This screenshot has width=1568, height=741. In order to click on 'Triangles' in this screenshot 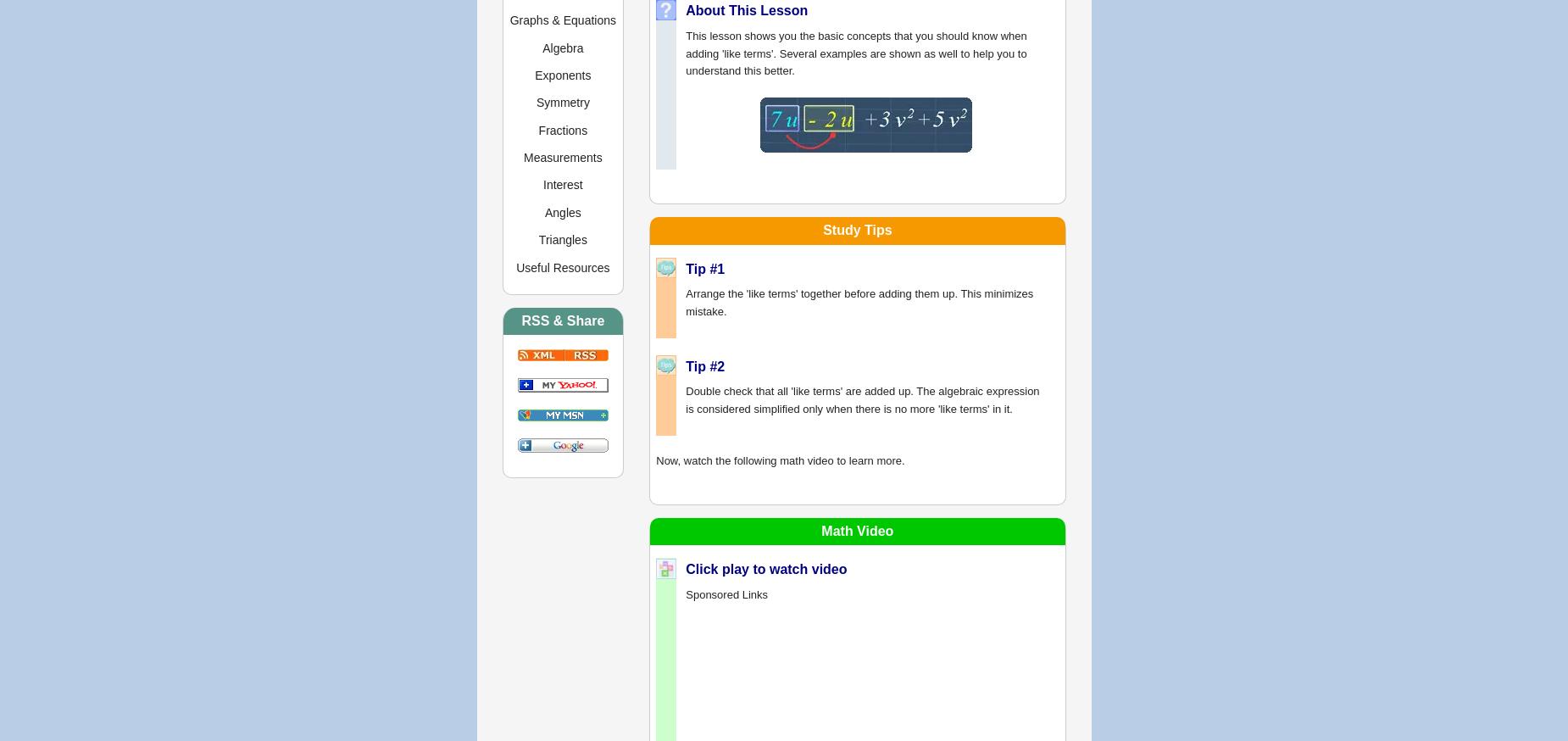, I will do `click(562, 240)`.